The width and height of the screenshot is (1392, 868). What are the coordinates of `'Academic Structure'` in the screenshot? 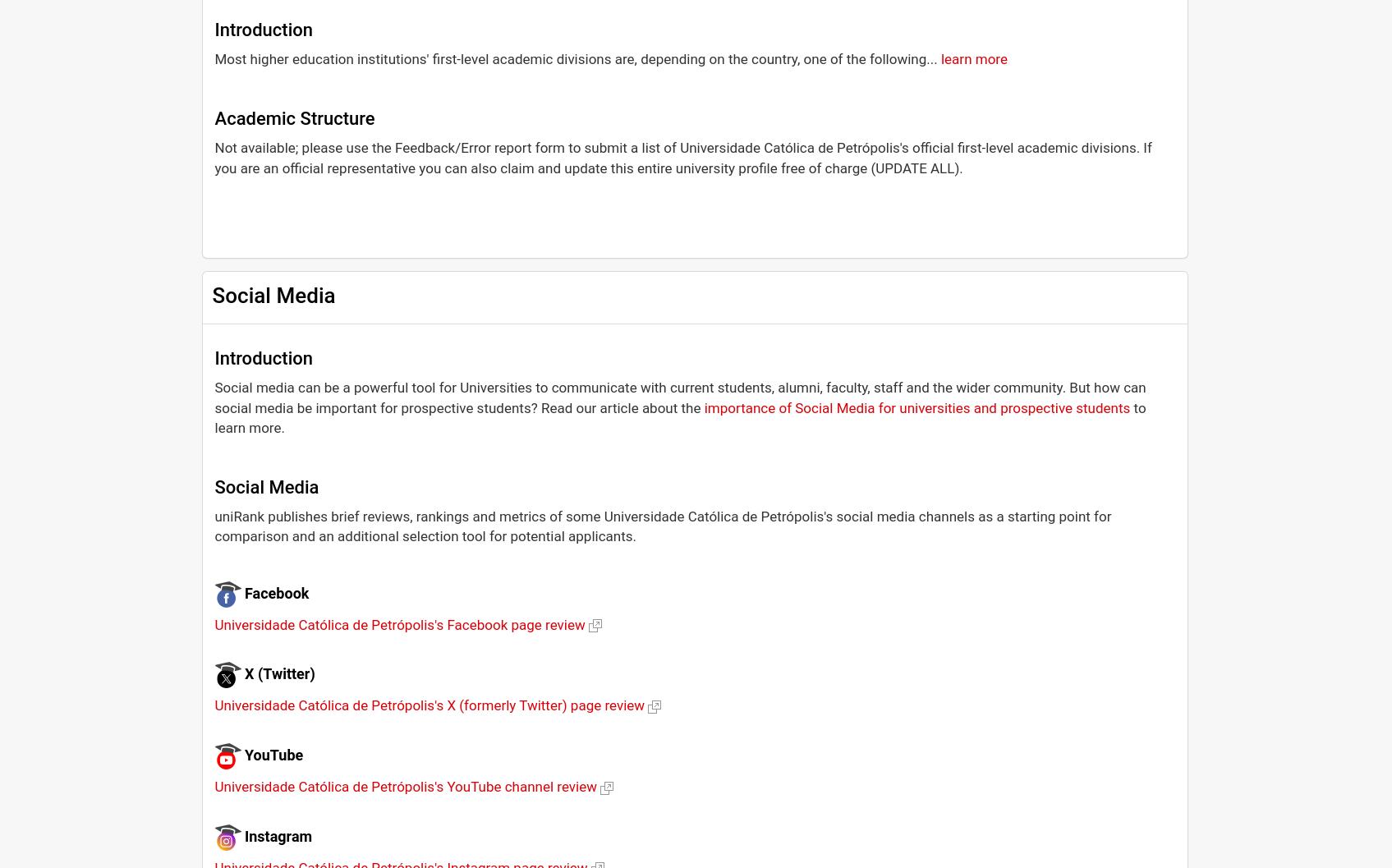 It's located at (293, 117).